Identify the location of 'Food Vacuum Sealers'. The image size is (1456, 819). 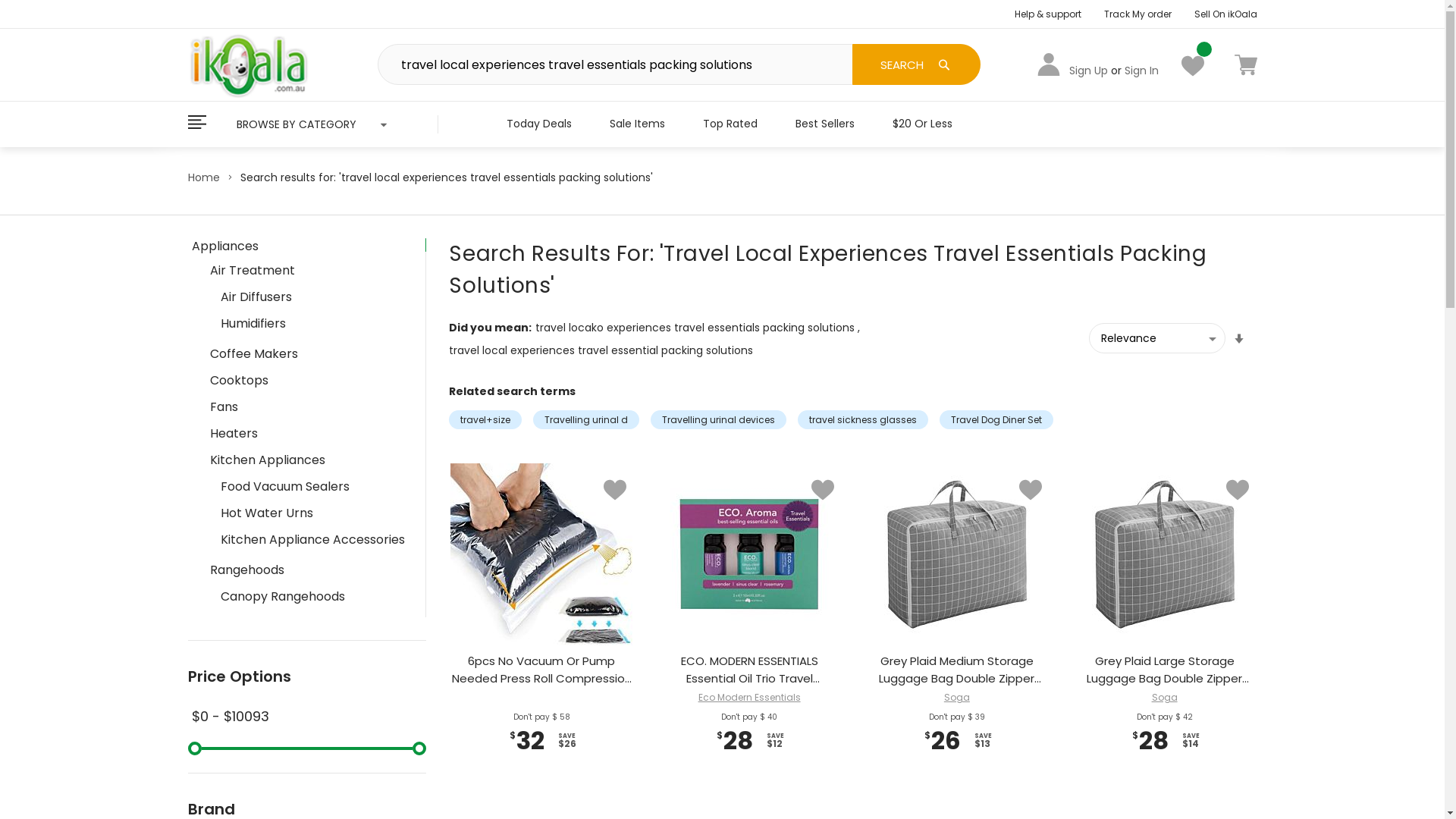
(312, 485).